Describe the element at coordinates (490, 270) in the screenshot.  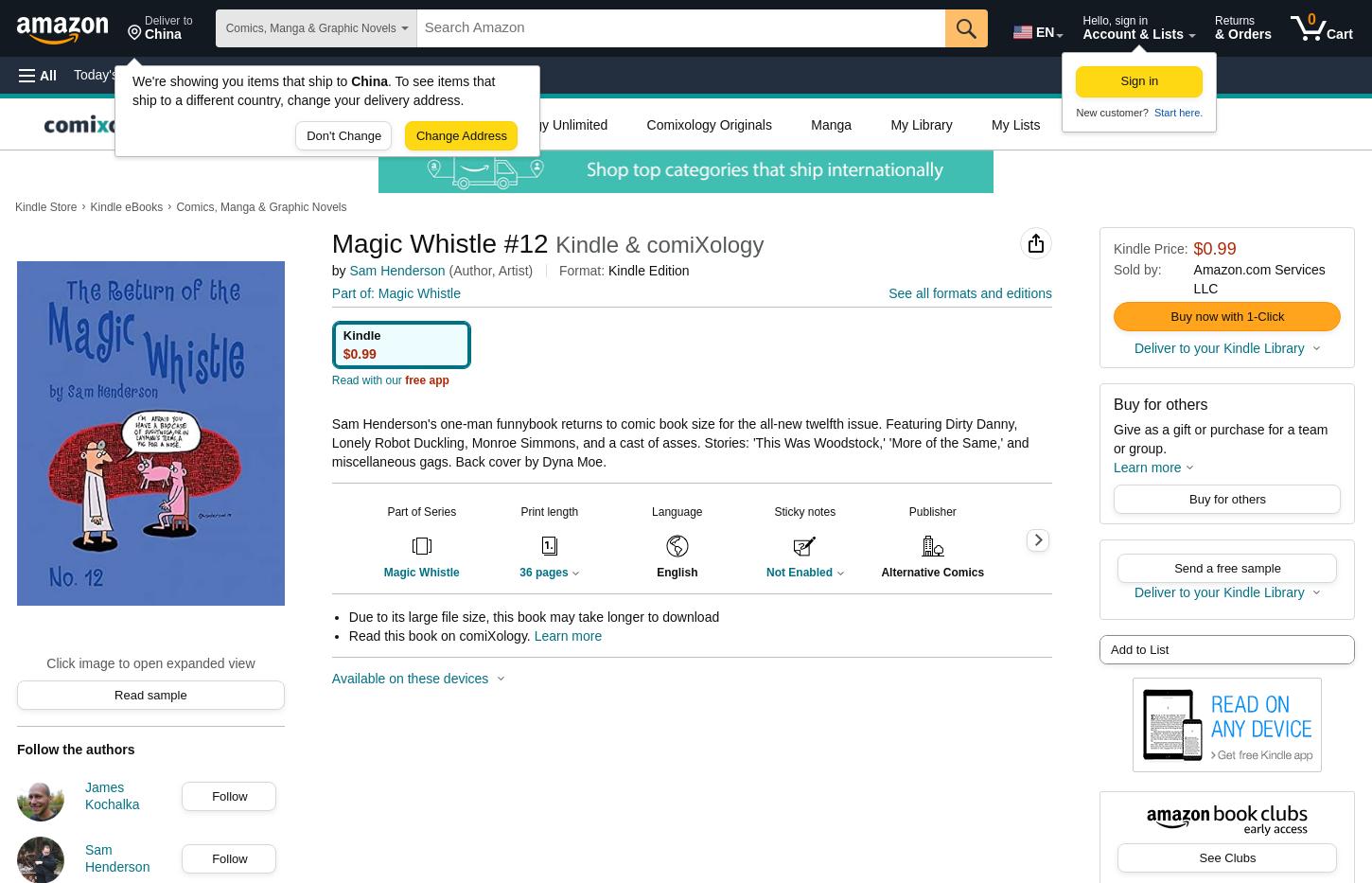
I see `'(Author, Artist)'` at that location.